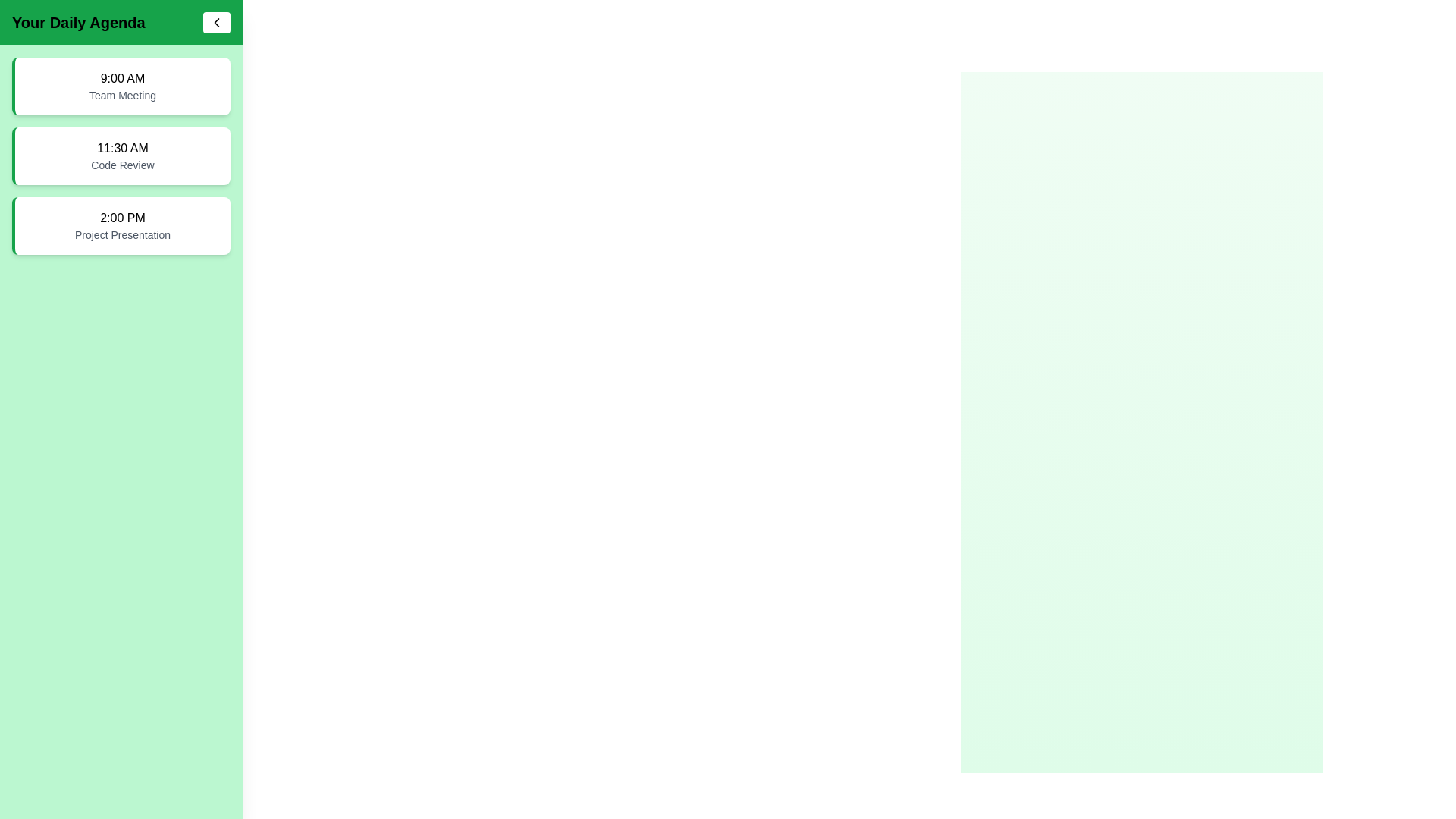  What do you see at coordinates (216, 23) in the screenshot?
I see `the back button icon located in the top-left section of the interface near the 'Your Daily Agenda' header` at bounding box center [216, 23].